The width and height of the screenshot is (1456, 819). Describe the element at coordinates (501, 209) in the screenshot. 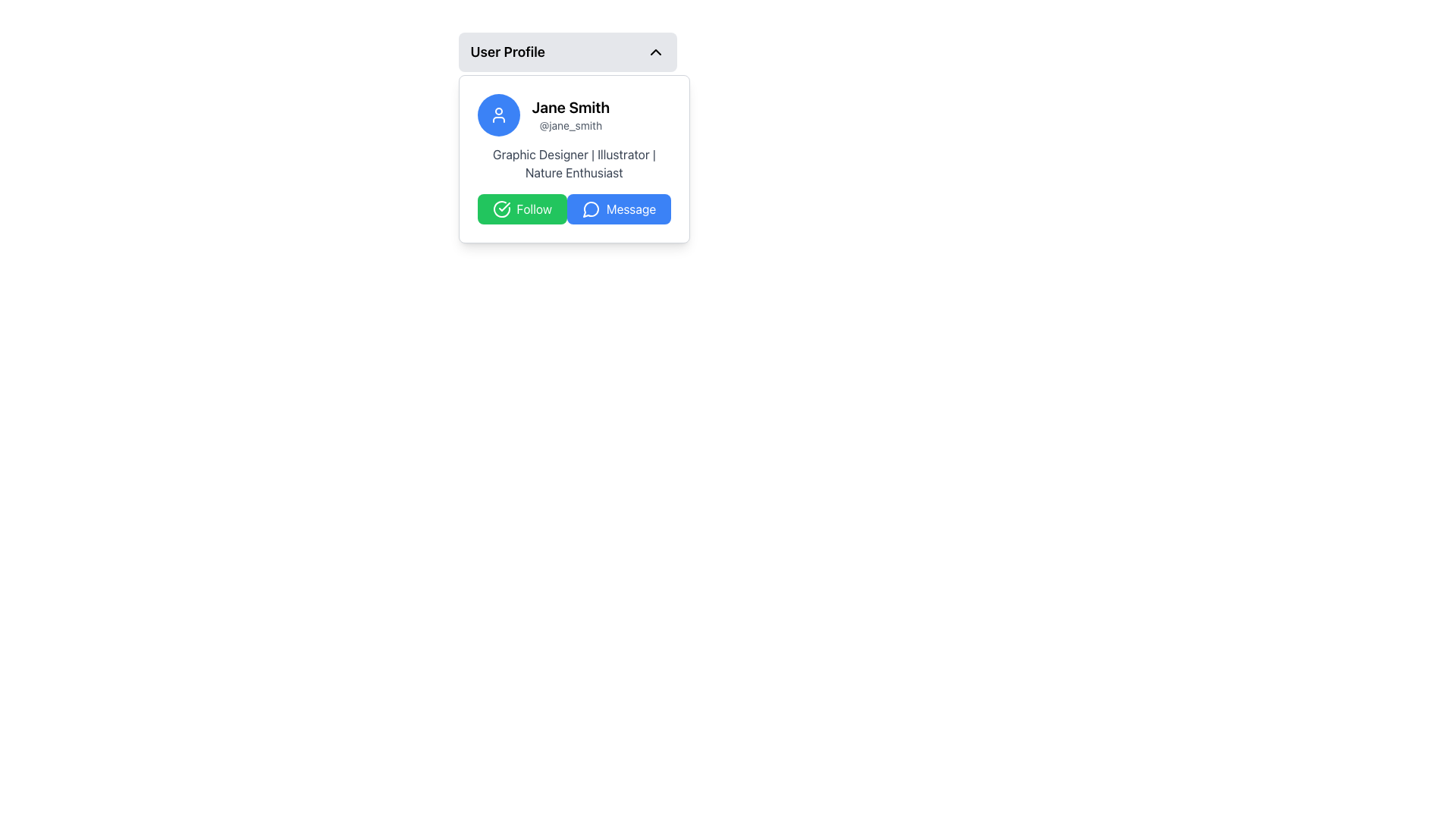

I see `the green circular icon with a check mark that indicates success, located to the left of the green 'Follow' button in the user profile card` at that location.